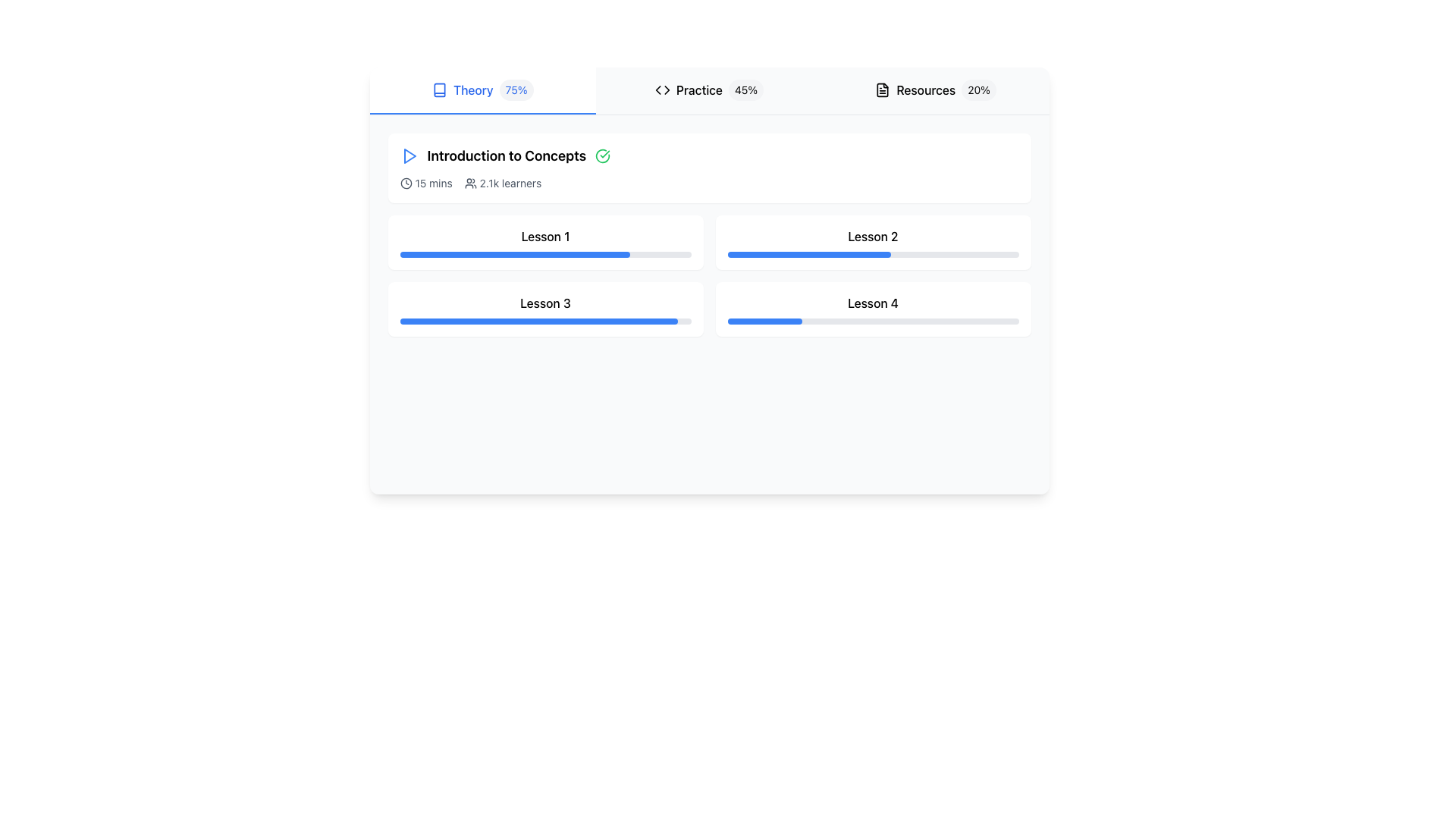  Describe the element at coordinates (425, 183) in the screenshot. I see `estimated time indicator located under the title 'Introduction to Concepts', which visually cues the duration for users. This element is positioned to the left of the text '2.1k learners'` at that location.